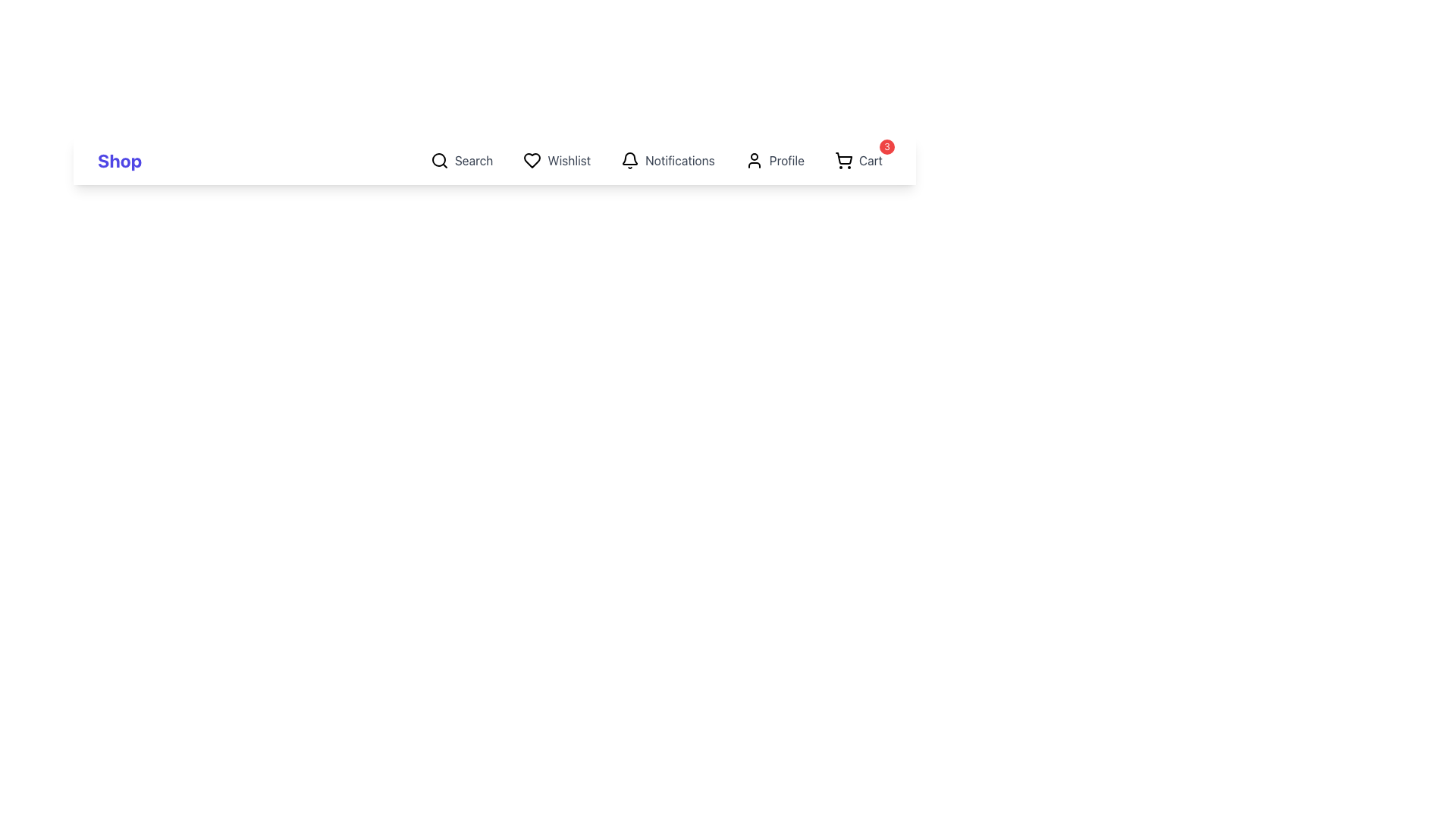 The width and height of the screenshot is (1456, 819). What do you see at coordinates (786, 161) in the screenshot?
I see `the 'Profile' text label in the horizontal navigation menu` at bounding box center [786, 161].